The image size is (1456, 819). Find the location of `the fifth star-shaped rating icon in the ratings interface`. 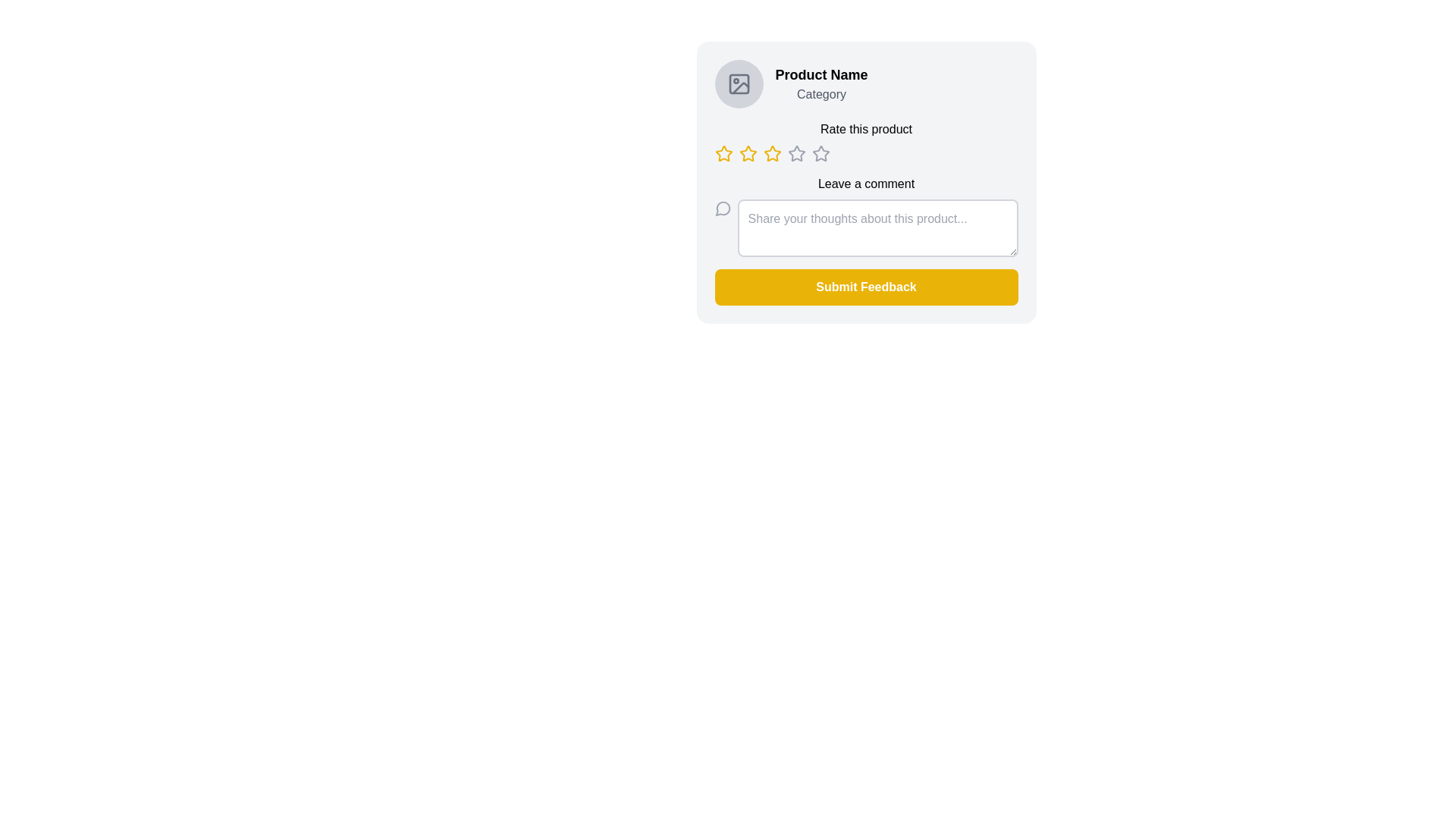

the fifth star-shaped rating icon in the ratings interface is located at coordinates (820, 154).